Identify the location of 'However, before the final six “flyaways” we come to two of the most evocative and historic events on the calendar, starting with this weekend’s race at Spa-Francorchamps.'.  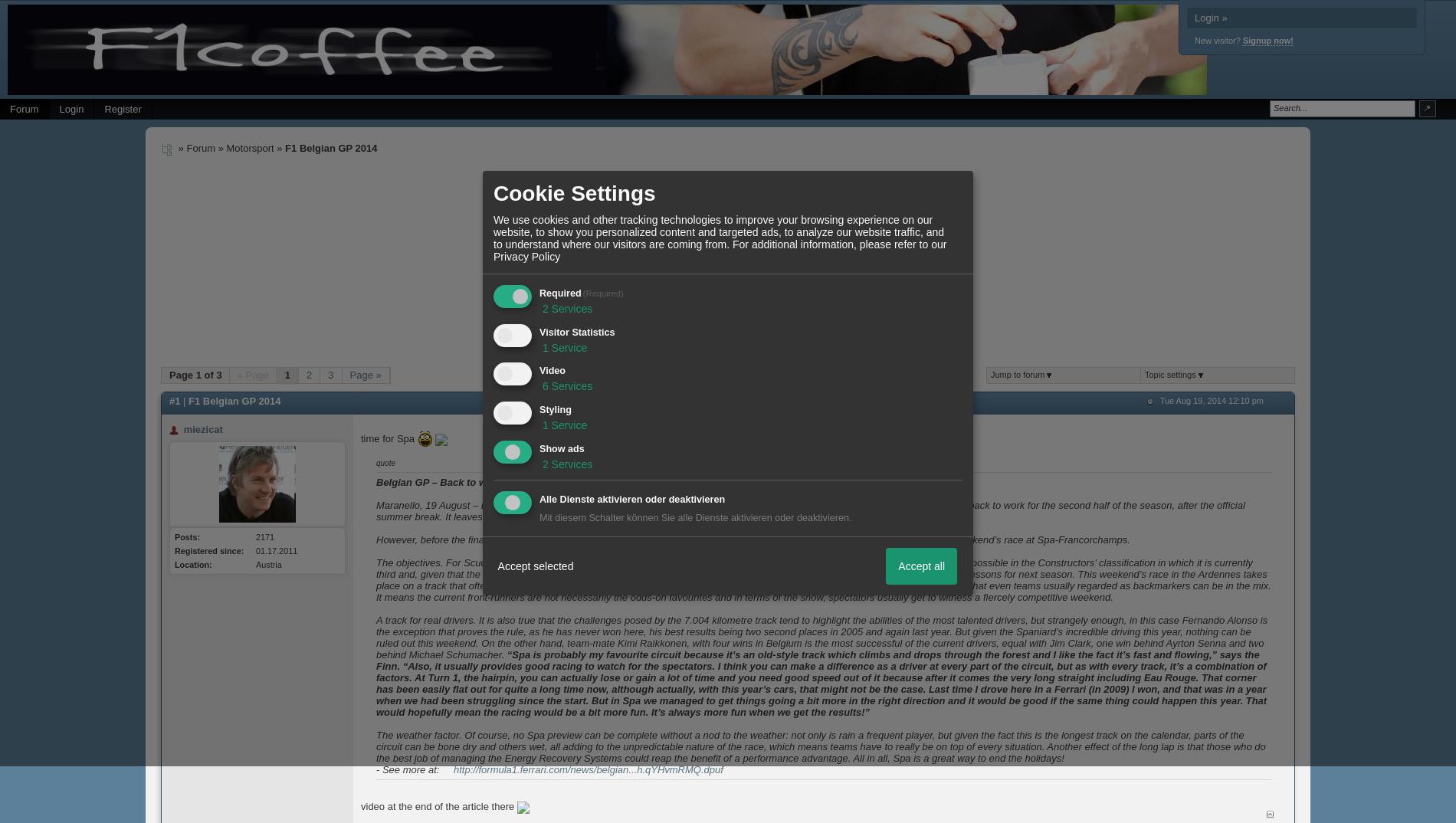
(375, 539).